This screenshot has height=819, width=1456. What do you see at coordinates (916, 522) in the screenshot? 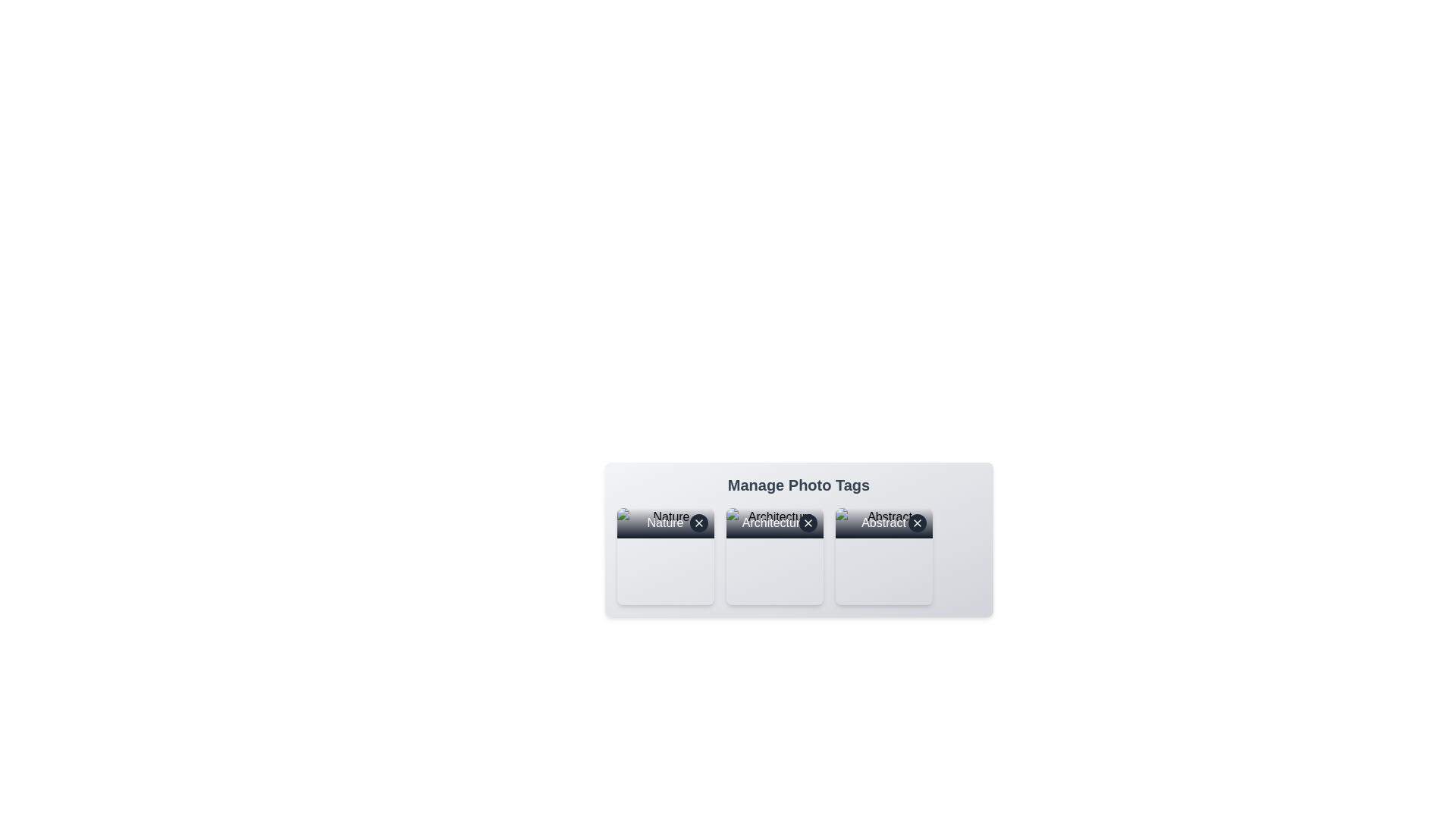
I see `the close button of the tag labeled Abstract to remove it` at bounding box center [916, 522].